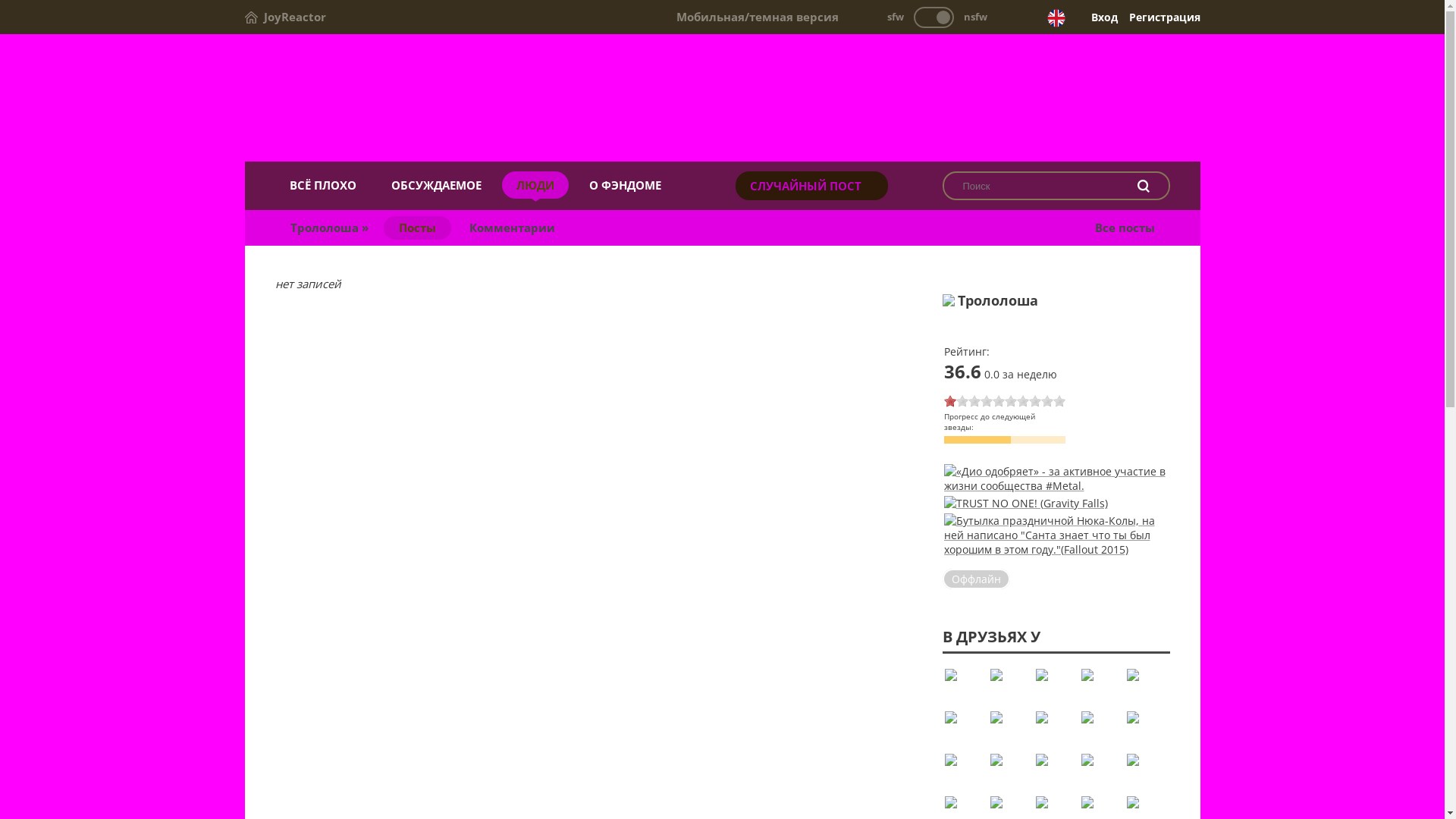 This screenshot has height=819, width=1456. I want to click on '3eJIeHb', so click(1054, 685).